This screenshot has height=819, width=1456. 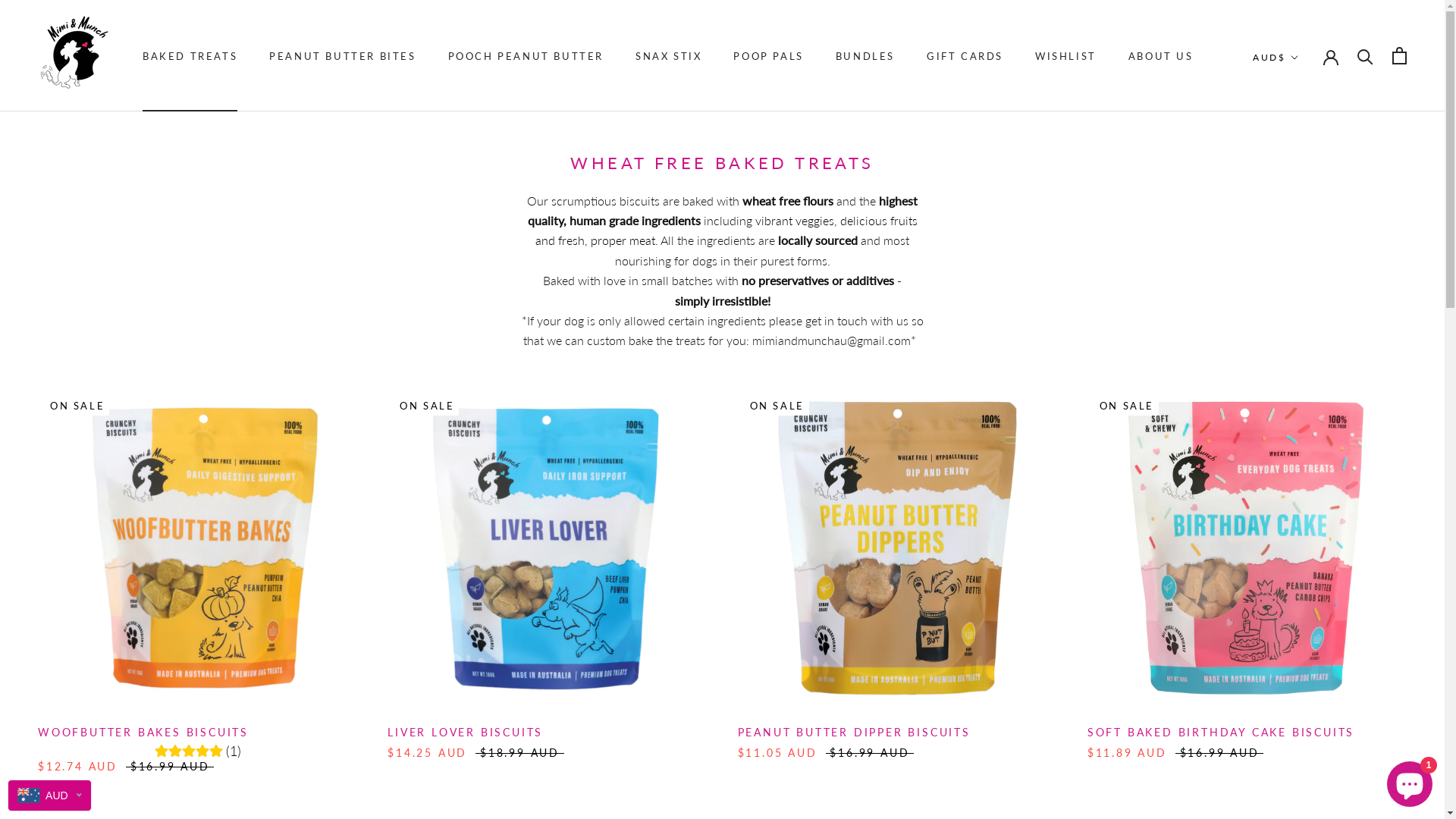 What do you see at coordinates (464, 731) in the screenshot?
I see `'LIVER LOVER BISCUITS'` at bounding box center [464, 731].